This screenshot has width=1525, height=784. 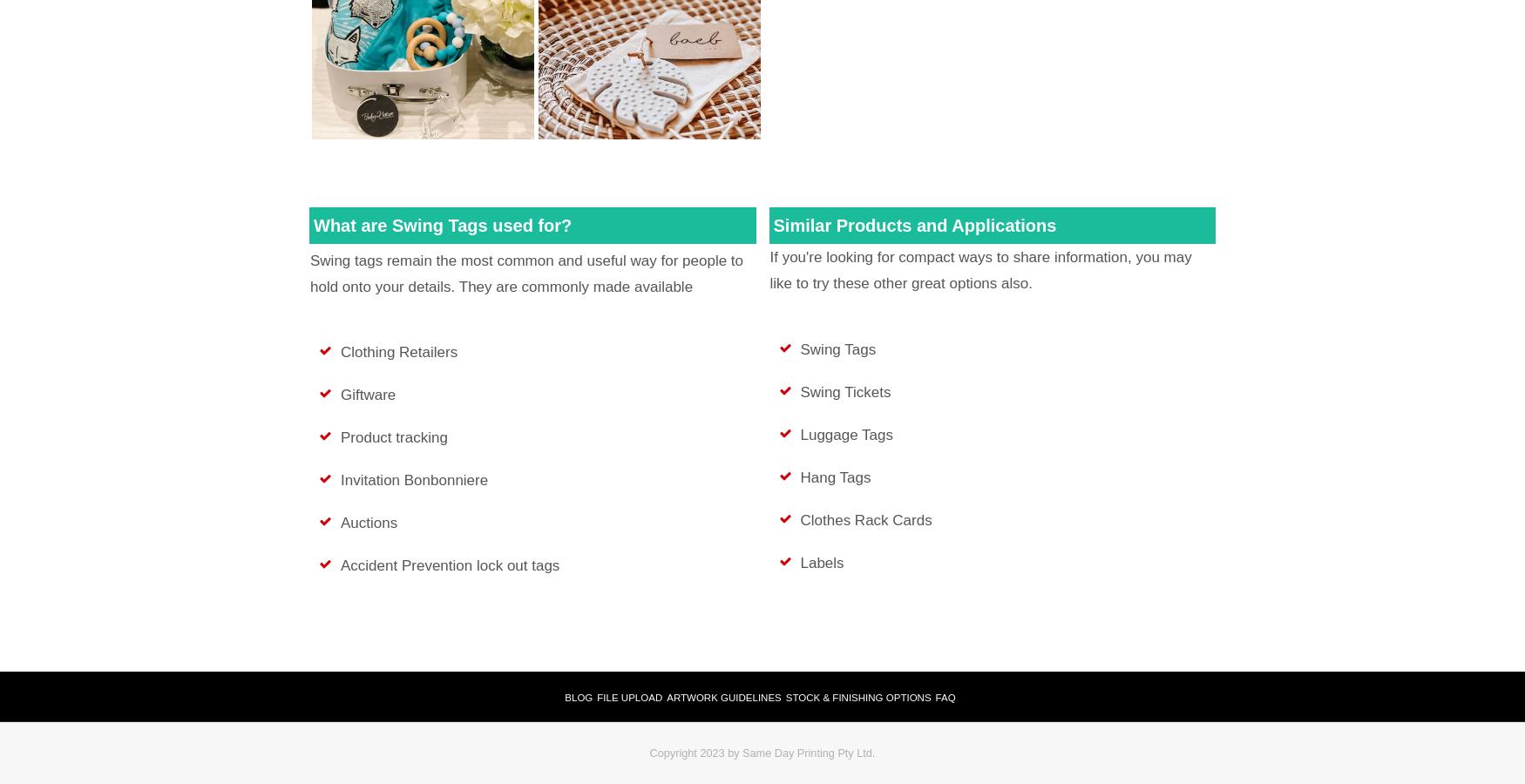 What do you see at coordinates (595, 698) in the screenshot?
I see `'File Upload'` at bounding box center [595, 698].